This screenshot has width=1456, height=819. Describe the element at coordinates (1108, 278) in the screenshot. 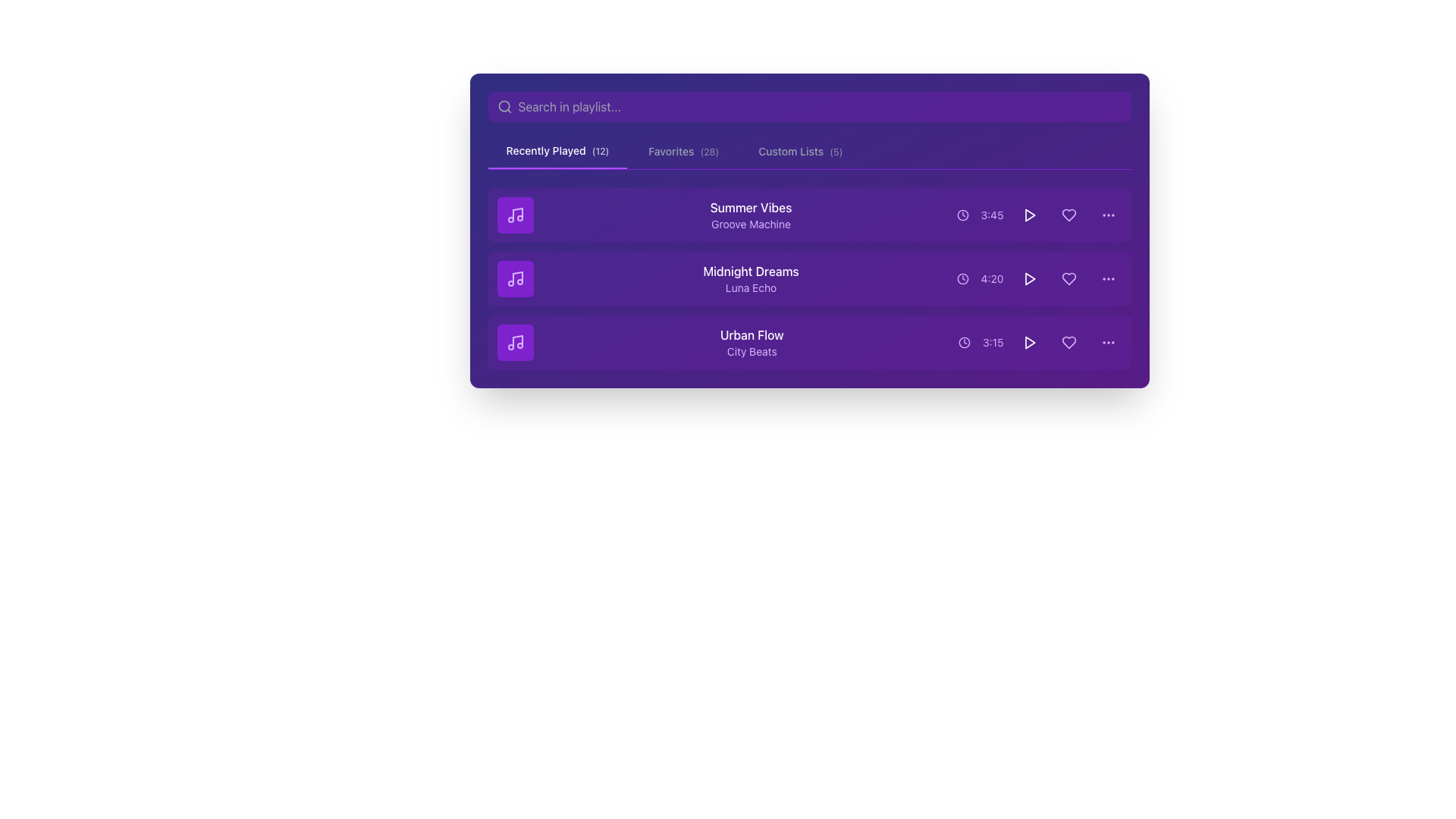

I see `the button` at that location.